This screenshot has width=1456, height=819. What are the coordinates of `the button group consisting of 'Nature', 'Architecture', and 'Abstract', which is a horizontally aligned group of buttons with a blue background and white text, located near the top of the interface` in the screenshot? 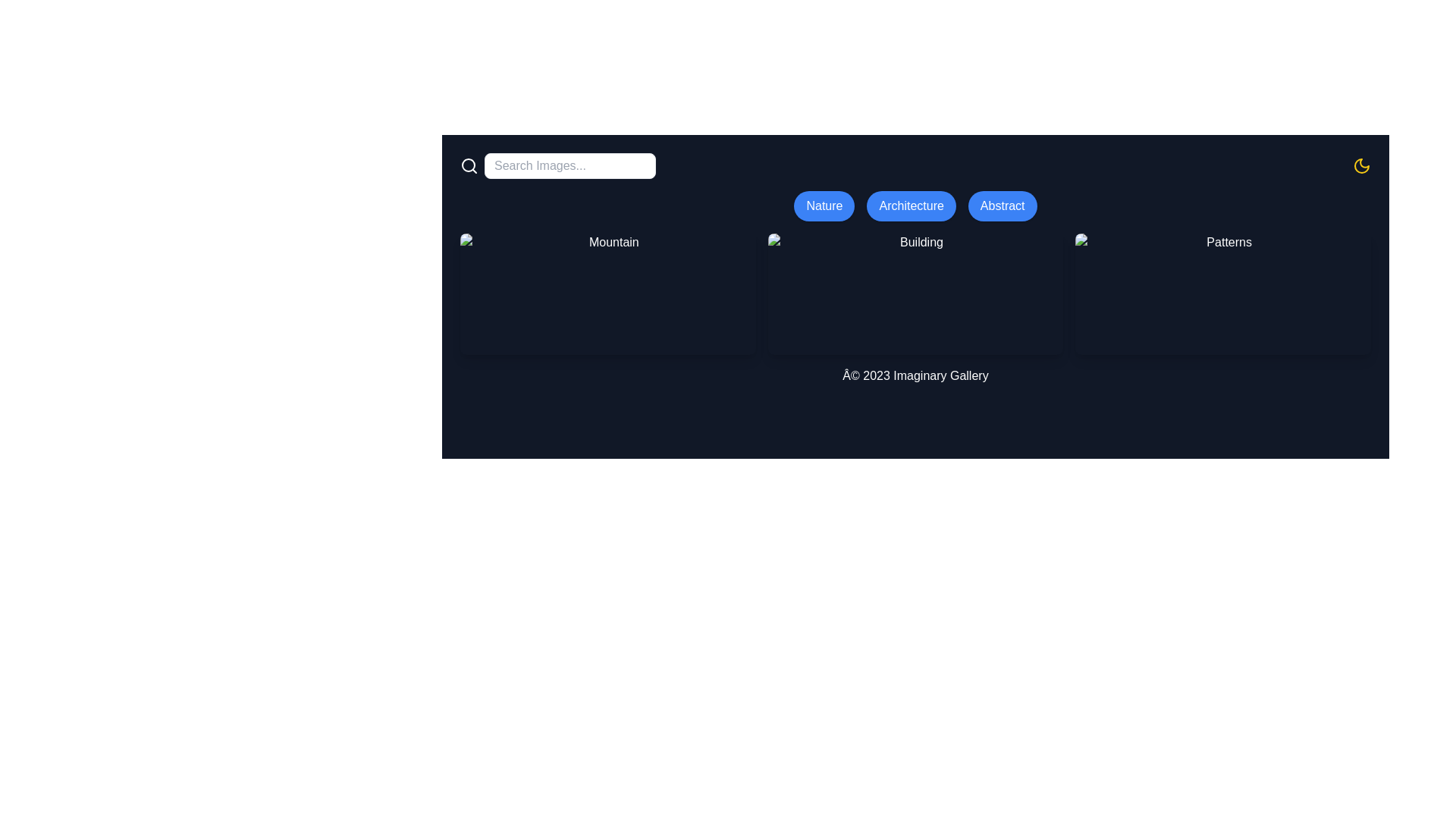 It's located at (915, 206).